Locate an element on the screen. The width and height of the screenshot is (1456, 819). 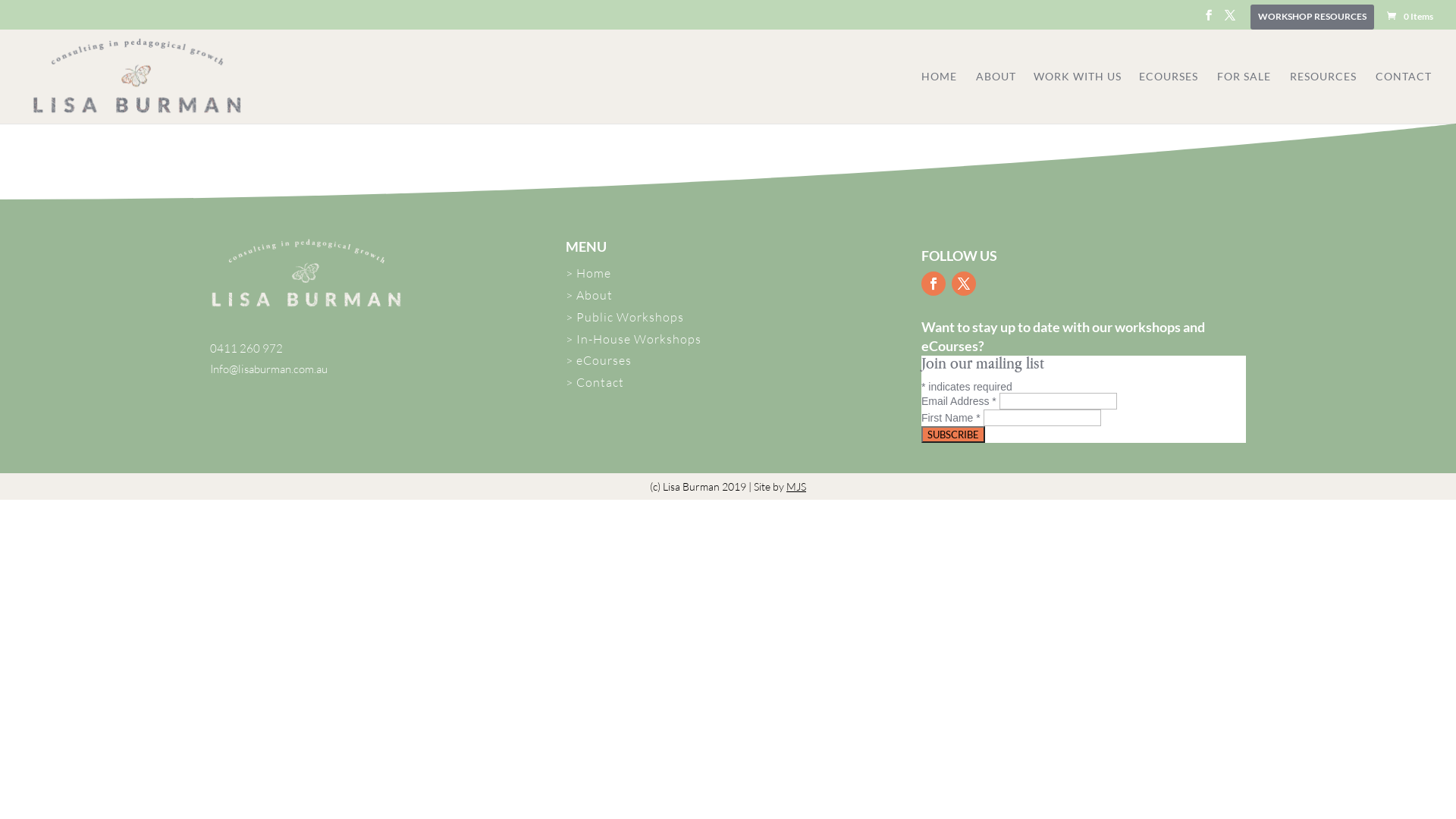
'Public Workshops' is located at coordinates (629, 315).